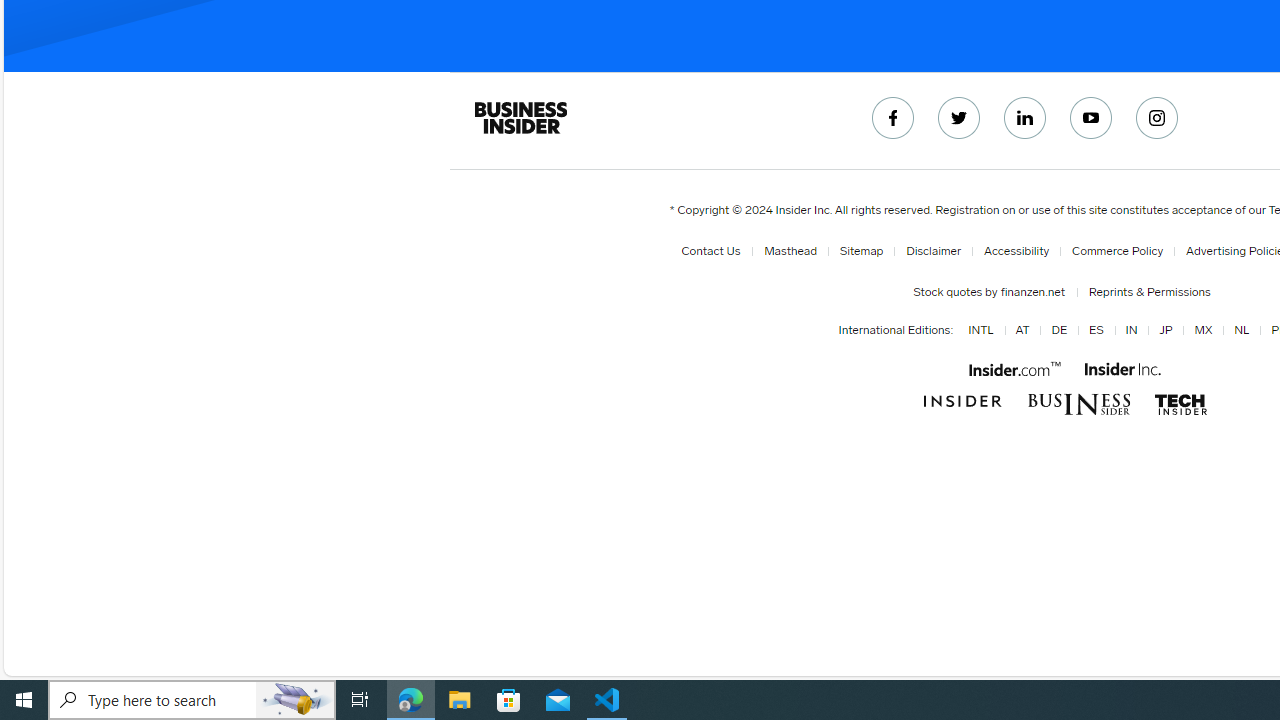  Describe the element at coordinates (786, 250) in the screenshot. I see `'Masthead'` at that location.